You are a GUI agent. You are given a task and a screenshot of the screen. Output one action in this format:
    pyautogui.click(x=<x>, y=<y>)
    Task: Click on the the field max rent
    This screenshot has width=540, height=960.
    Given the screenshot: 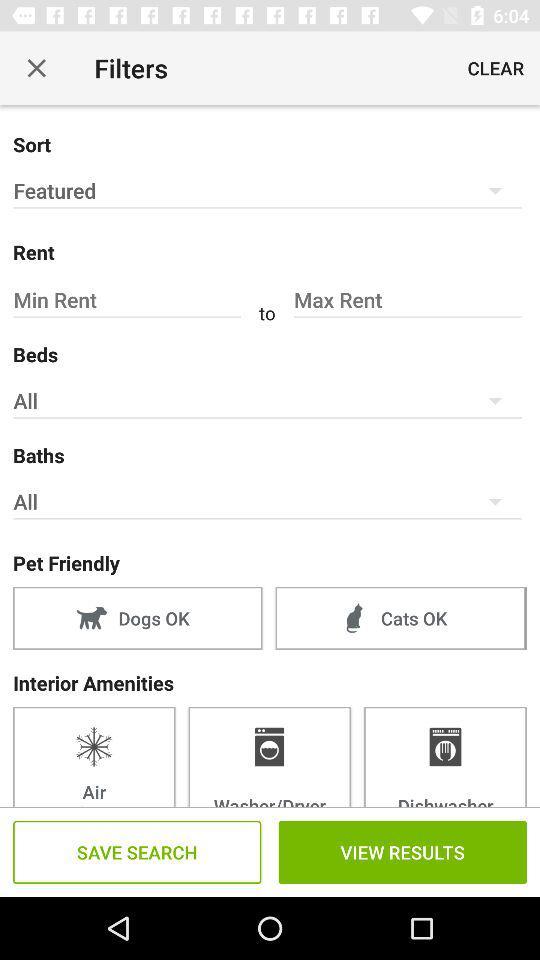 What is the action you would take?
    pyautogui.click(x=407, y=299)
    